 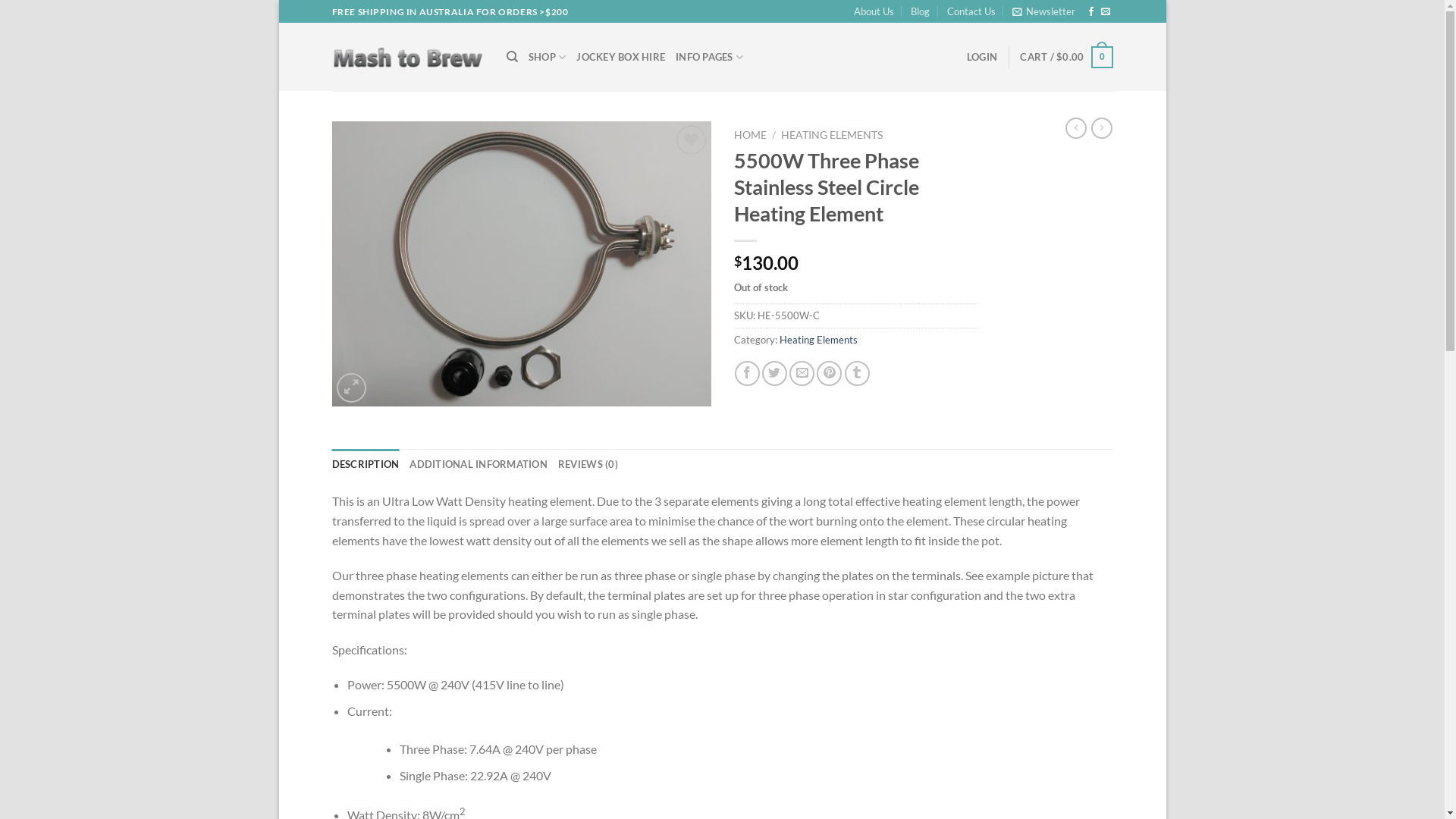 I want to click on 'DESCRIPTION', so click(x=366, y=463).